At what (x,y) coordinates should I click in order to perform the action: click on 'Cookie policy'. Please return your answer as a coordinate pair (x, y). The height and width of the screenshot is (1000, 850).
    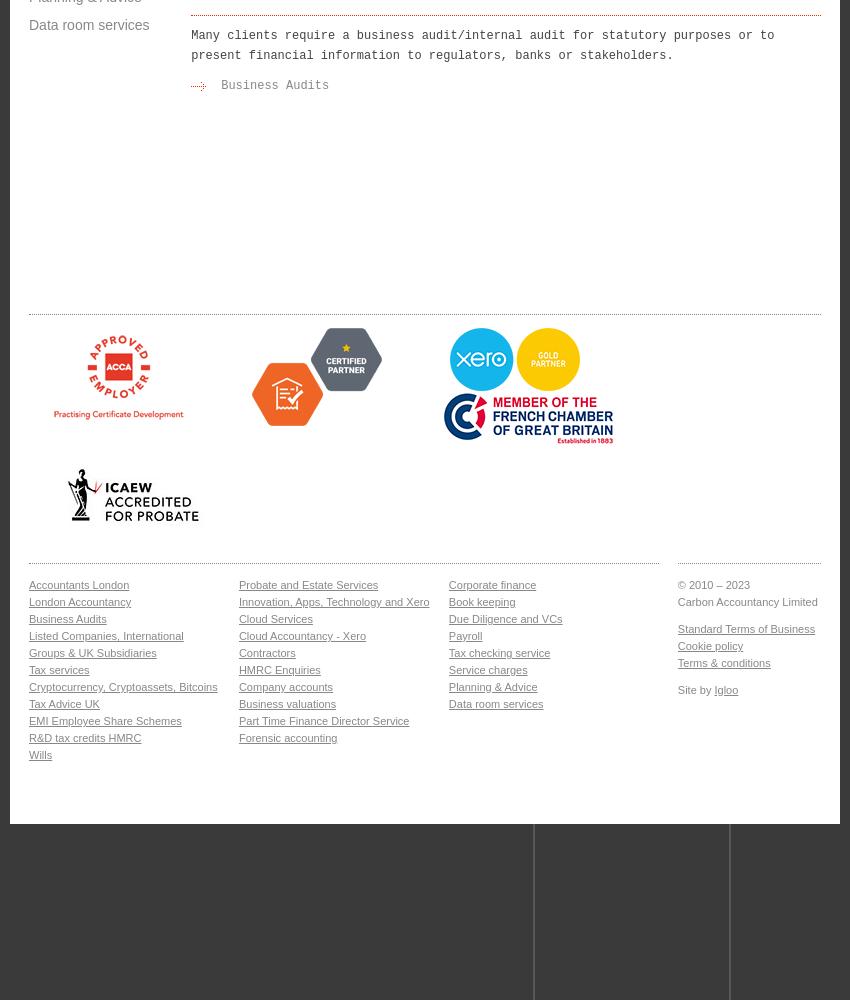
    Looking at the image, I should click on (709, 646).